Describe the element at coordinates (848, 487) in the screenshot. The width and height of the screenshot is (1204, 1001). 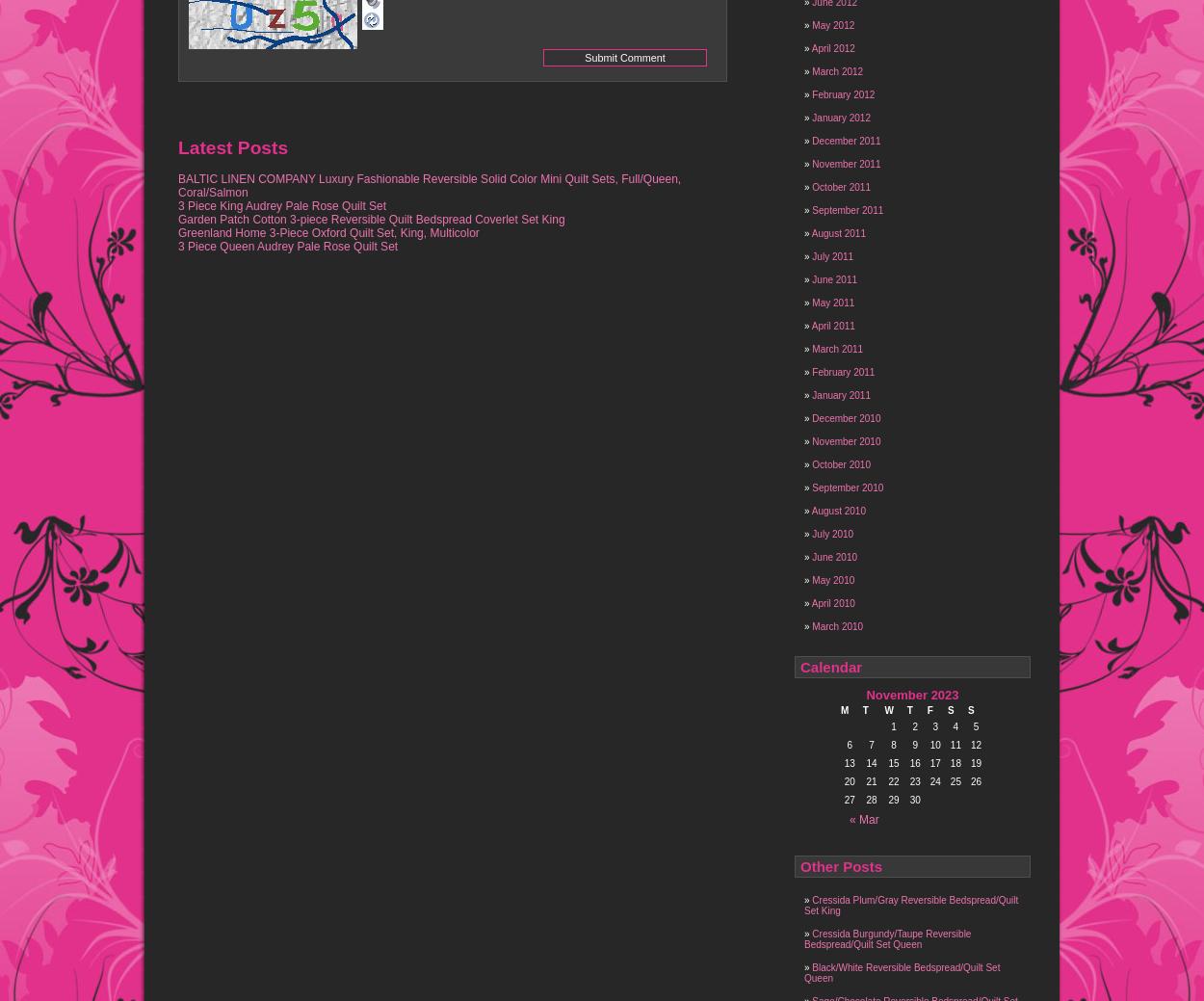
I see `'September 2010'` at that location.